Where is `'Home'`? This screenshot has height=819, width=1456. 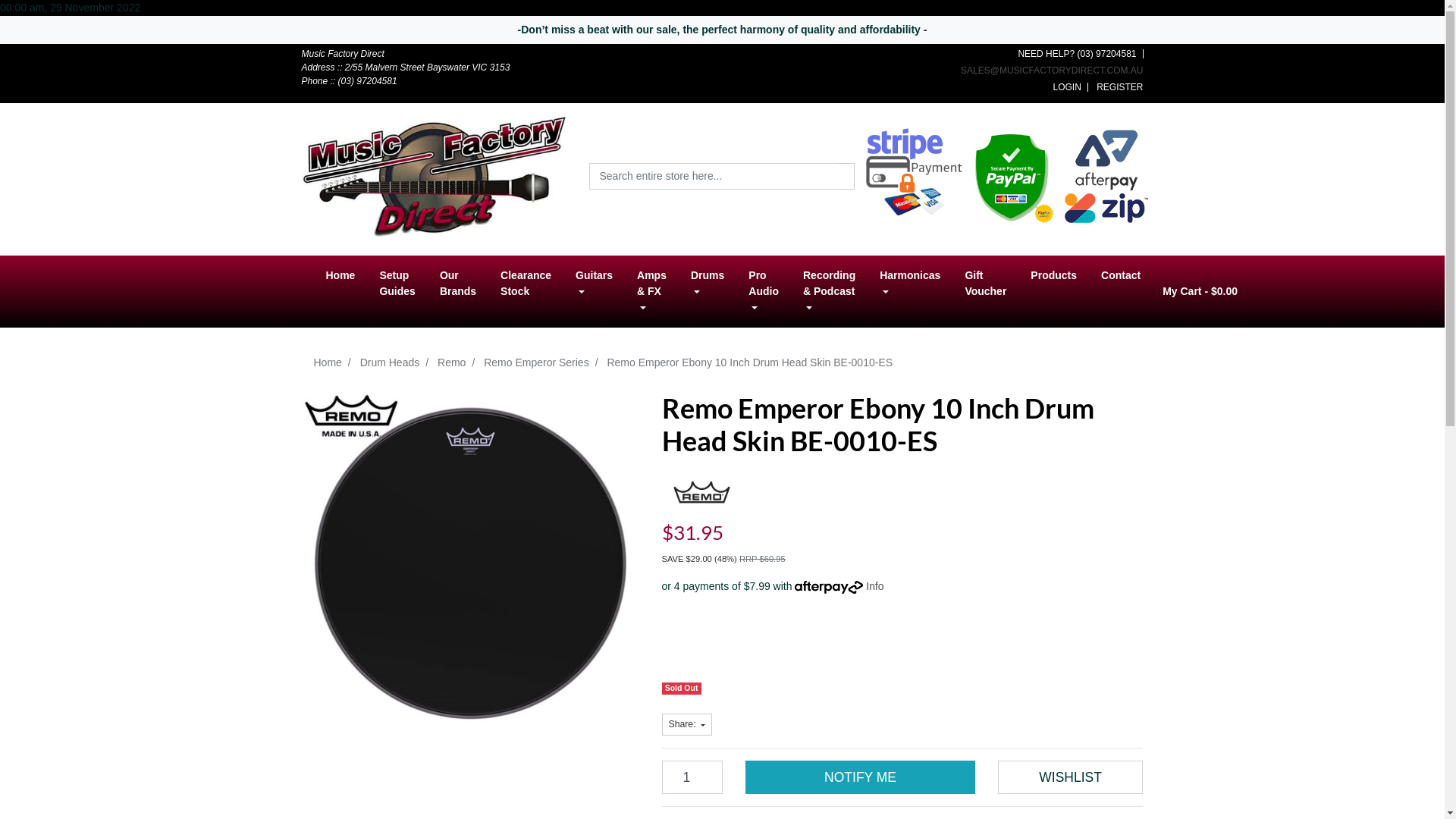 'Home' is located at coordinates (340, 275).